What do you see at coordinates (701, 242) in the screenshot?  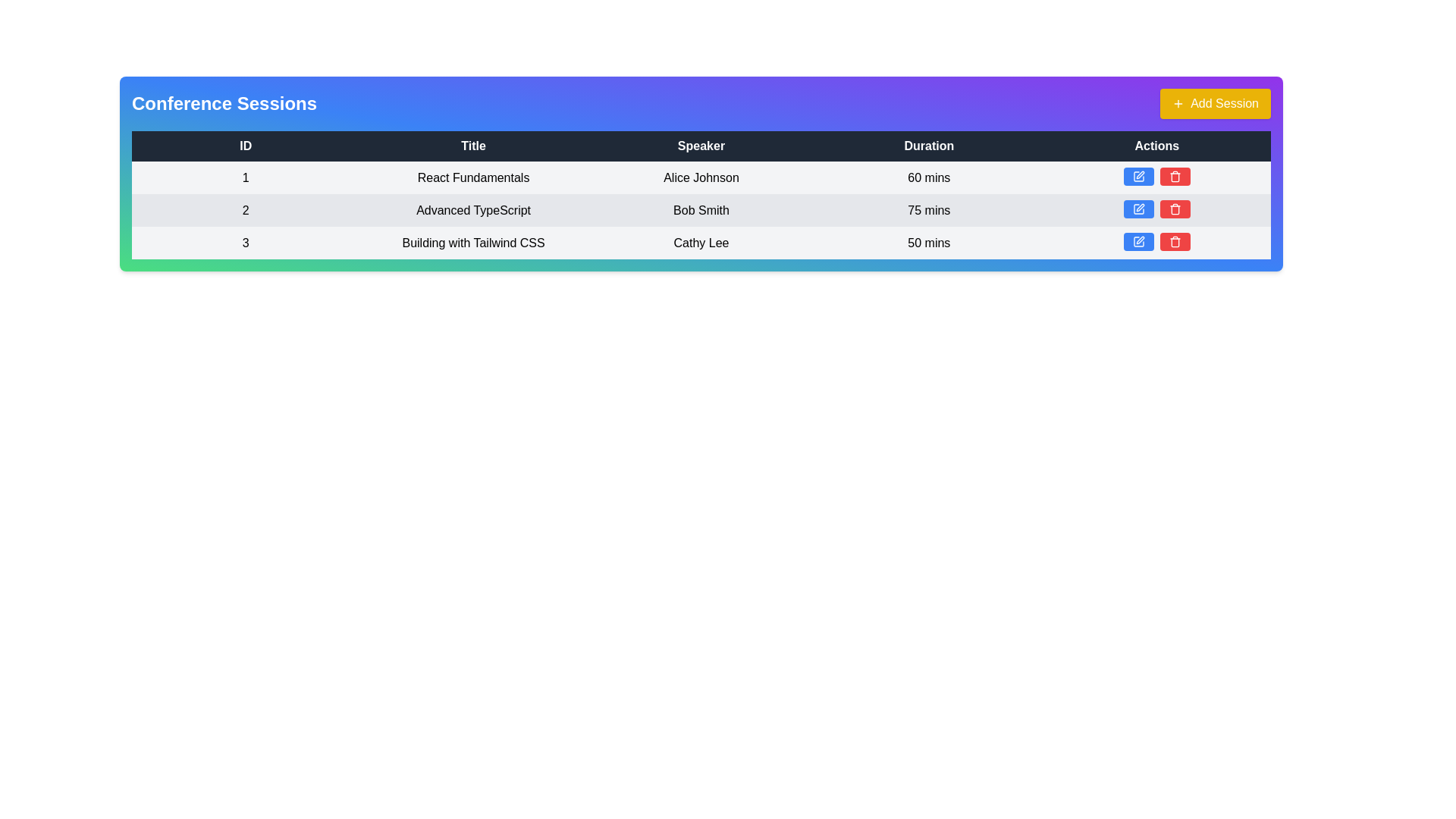 I see `the third row in the table that contains the number '3', the text 'Building with Tailwind CSS', the speaker's name 'Cathy Lee', the duration '50 mins', and interactive buttons for editing and deleting` at bounding box center [701, 242].